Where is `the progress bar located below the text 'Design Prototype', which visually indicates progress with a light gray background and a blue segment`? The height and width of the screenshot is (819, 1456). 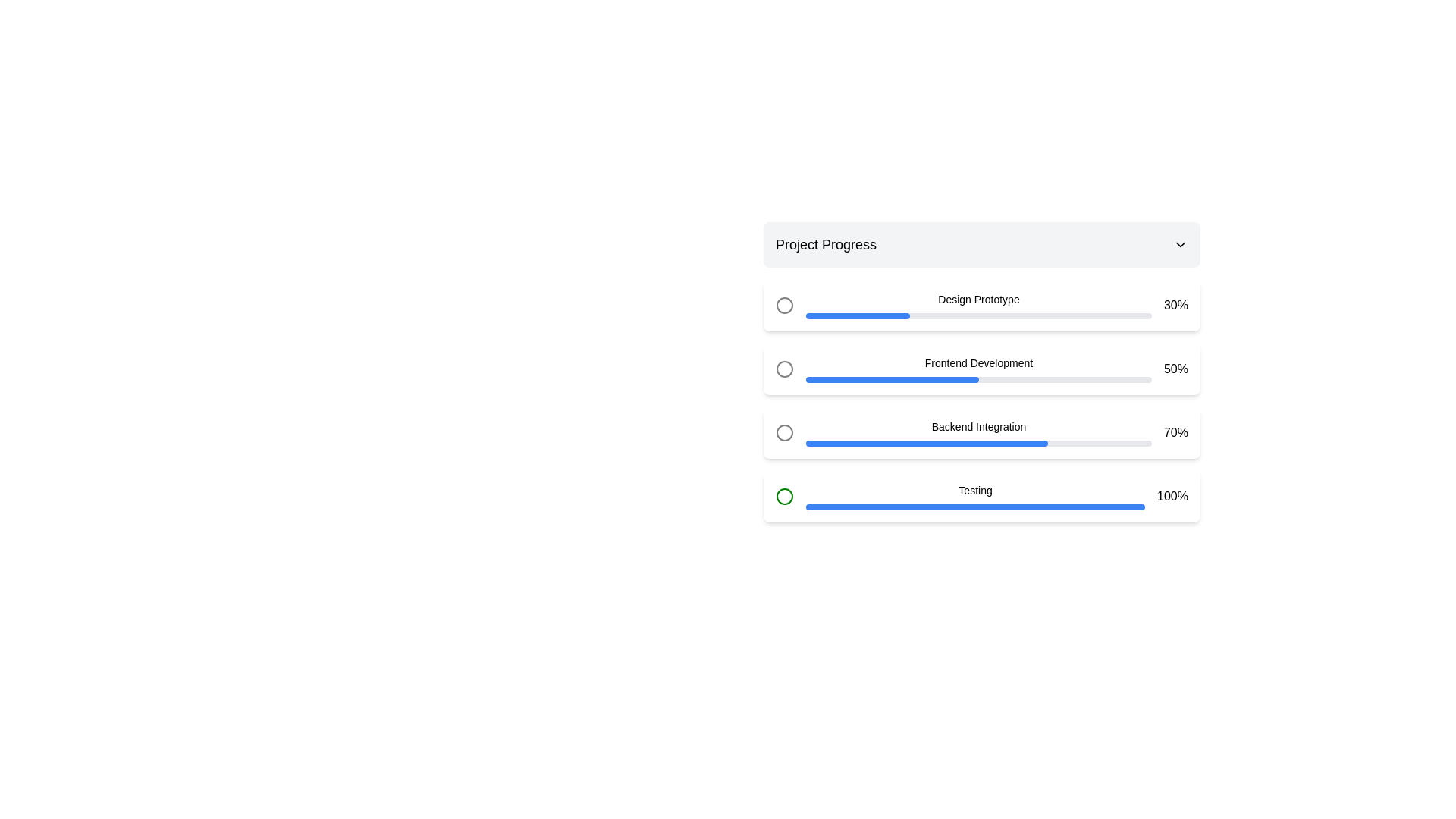 the progress bar located below the text 'Design Prototype', which visually indicates progress with a light gray background and a blue segment is located at coordinates (979, 315).